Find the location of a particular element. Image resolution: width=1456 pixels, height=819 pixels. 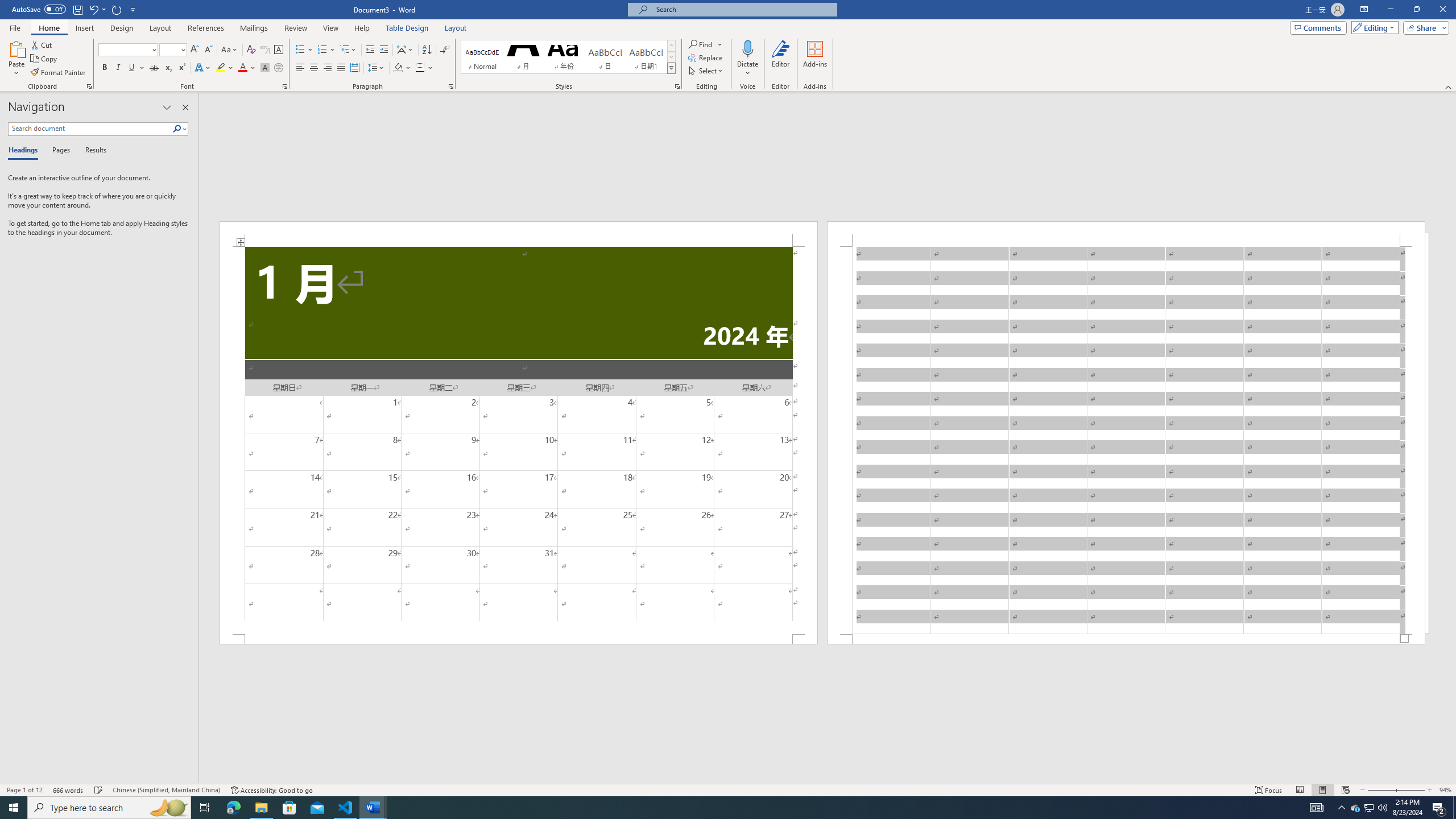

'Dictate' is located at coordinates (747, 59).